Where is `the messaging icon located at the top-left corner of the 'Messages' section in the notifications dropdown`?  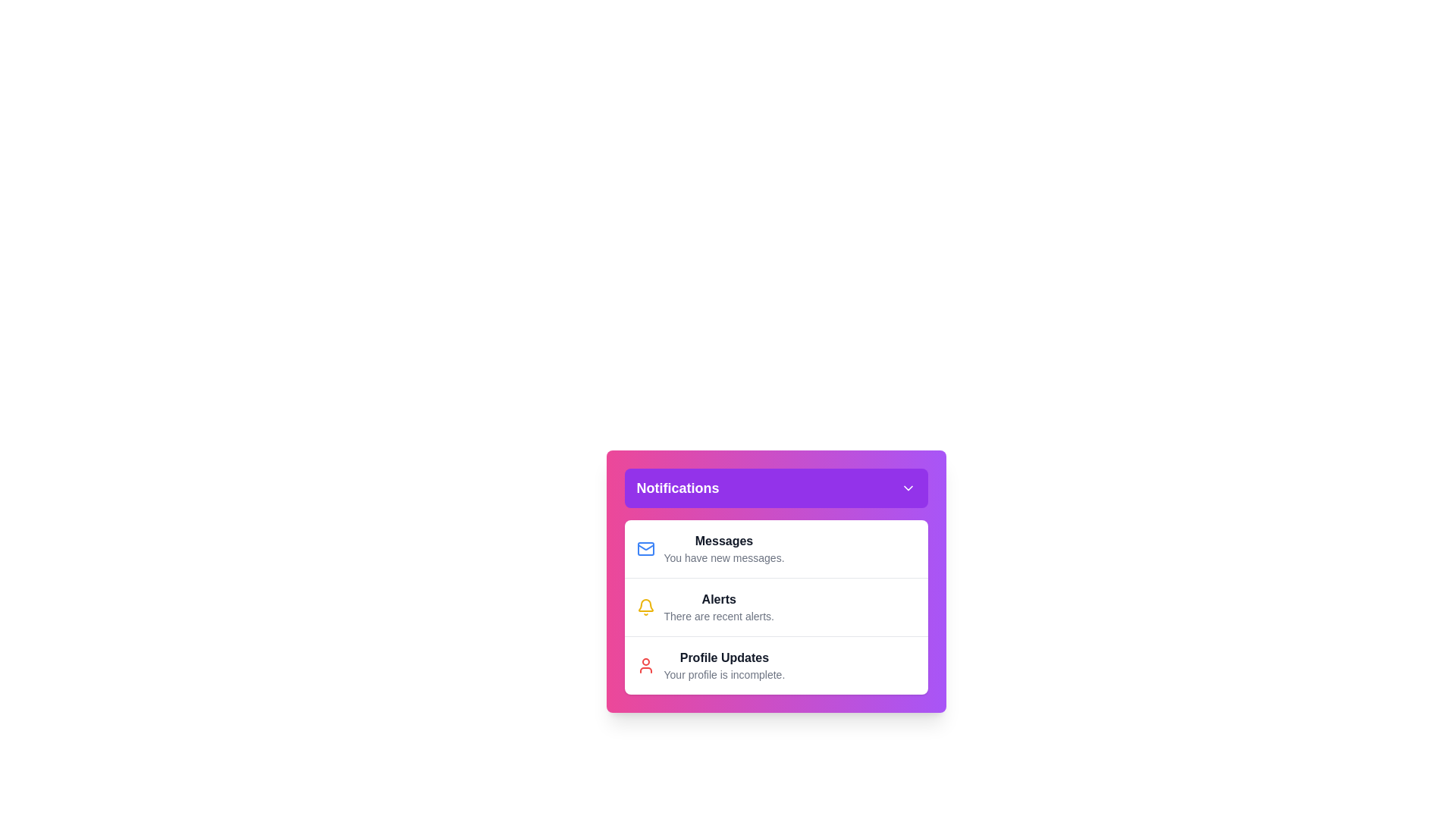 the messaging icon located at the top-left corner of the 'Messages' section in the notifications dropdown is located at coordinates (645, 549).